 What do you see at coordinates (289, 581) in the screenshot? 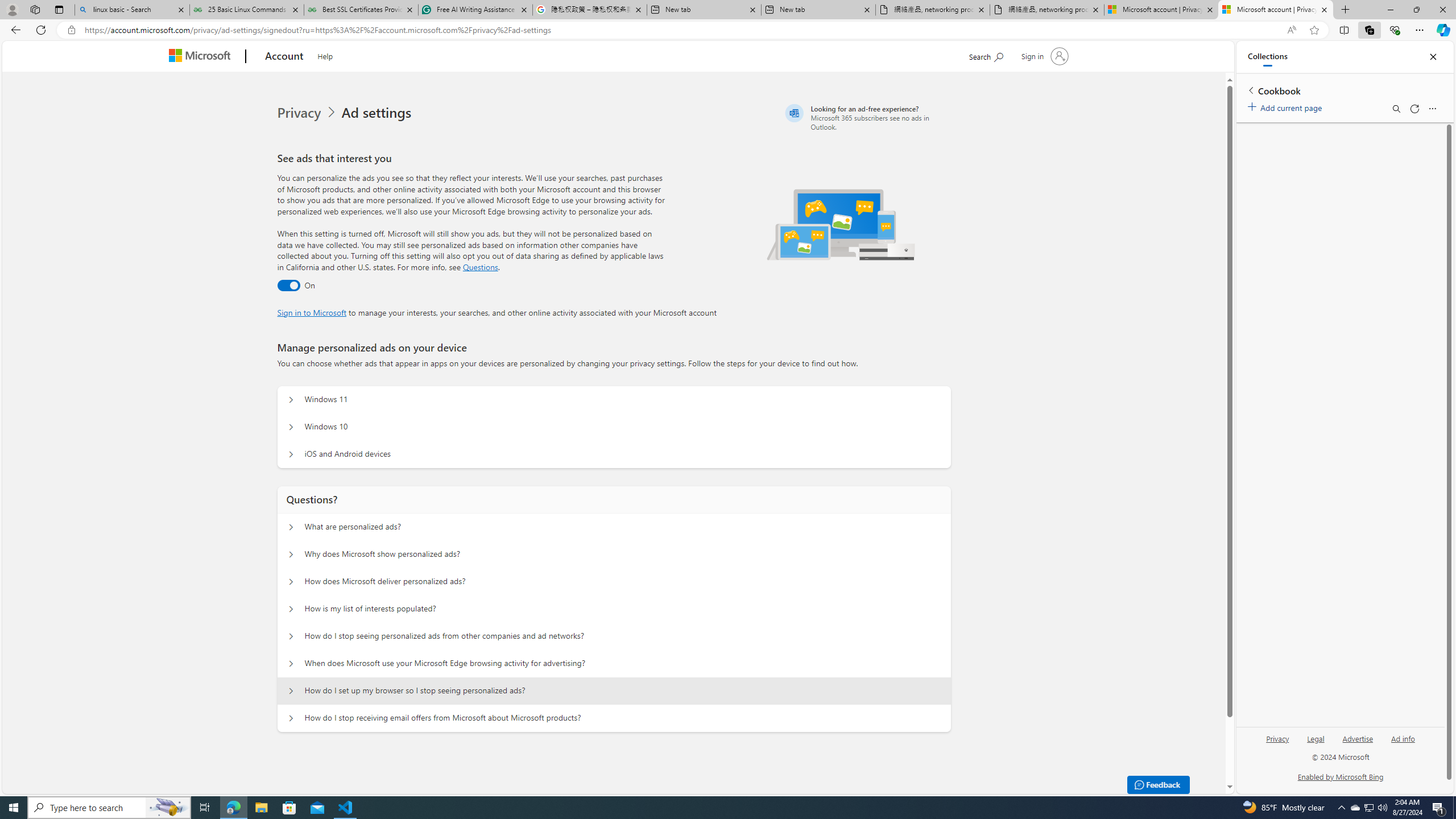
I see `'Questions? How does Microsoft deliver personalized ads?'` at bounding box center [289, 581].